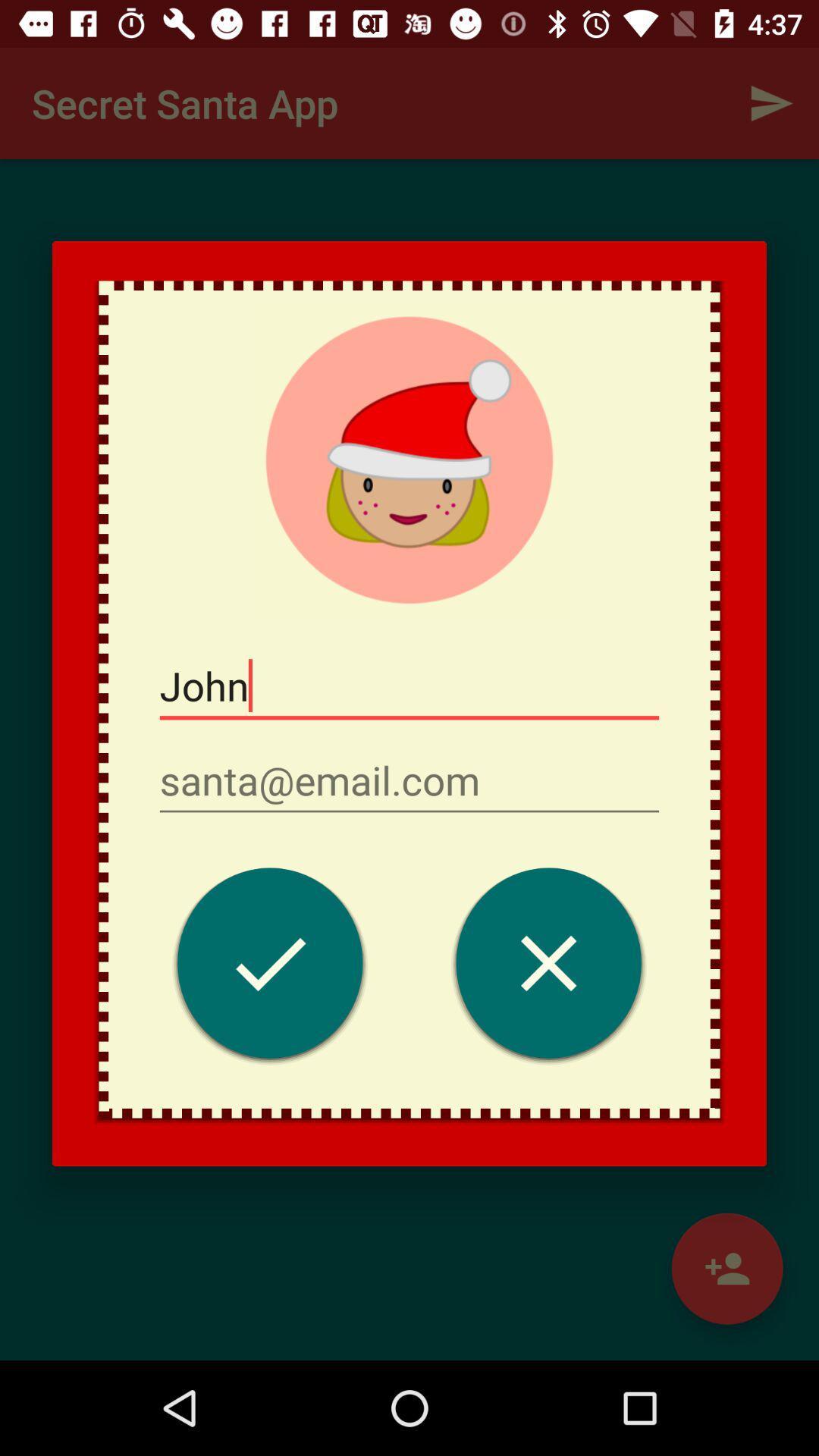  What do you see at coordinates (409, 780) in the screenshot?
I see `email` at bounding box center [409, 780].